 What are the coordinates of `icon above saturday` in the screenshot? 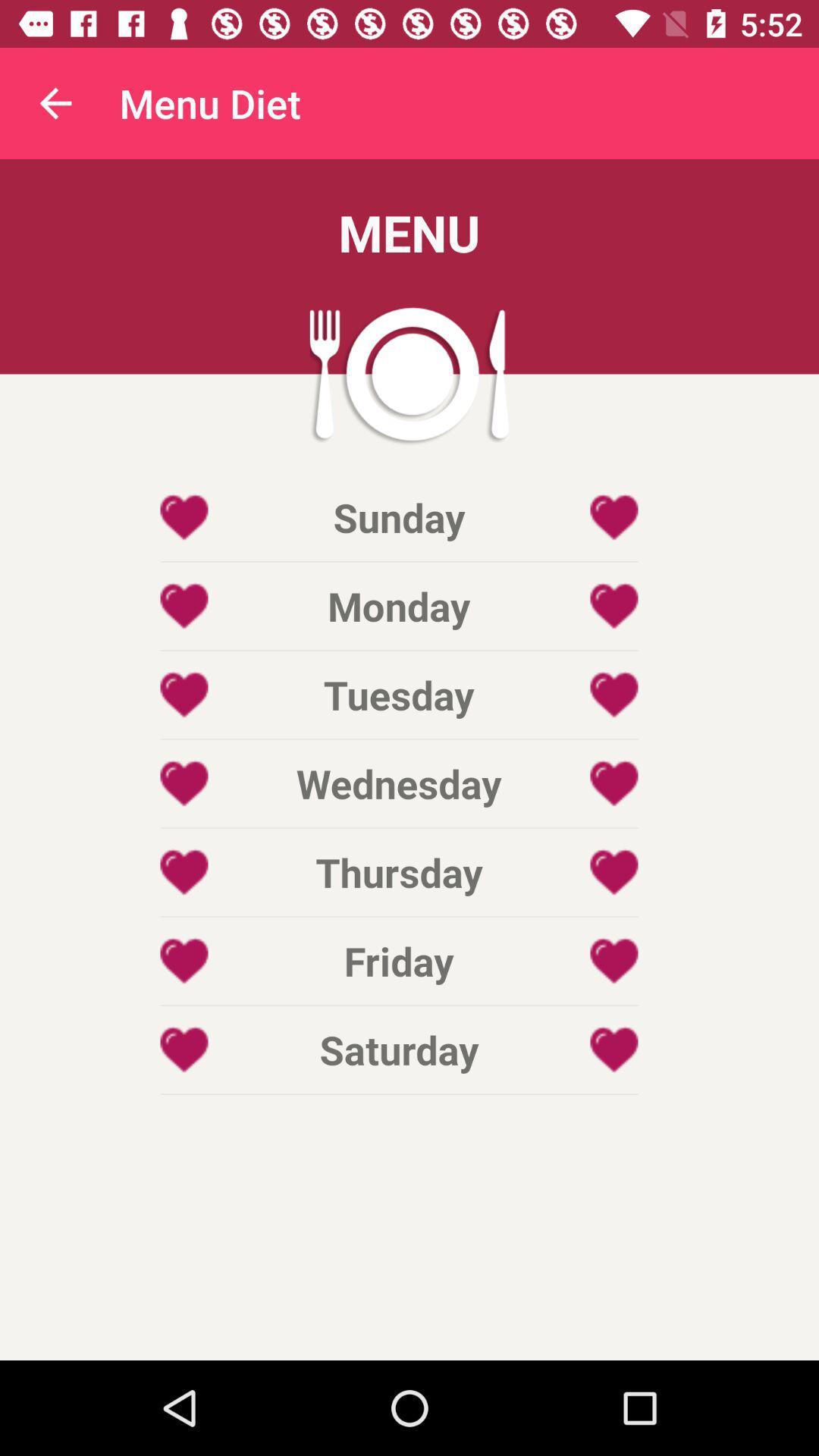 It's located at (398, 960).